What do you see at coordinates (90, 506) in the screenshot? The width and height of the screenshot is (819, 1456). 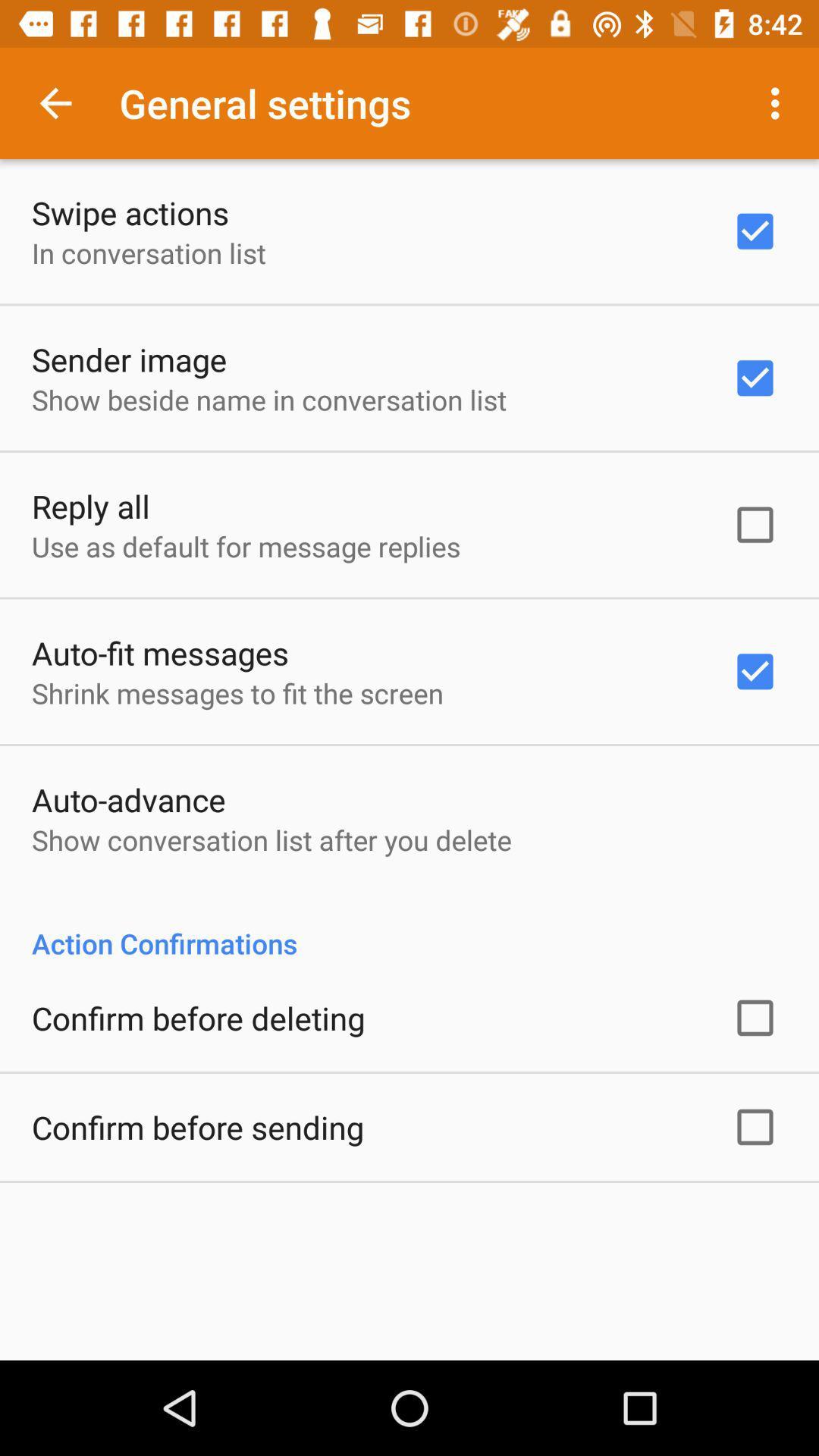 I see `app above use as default` at bounding box center [90, 506].